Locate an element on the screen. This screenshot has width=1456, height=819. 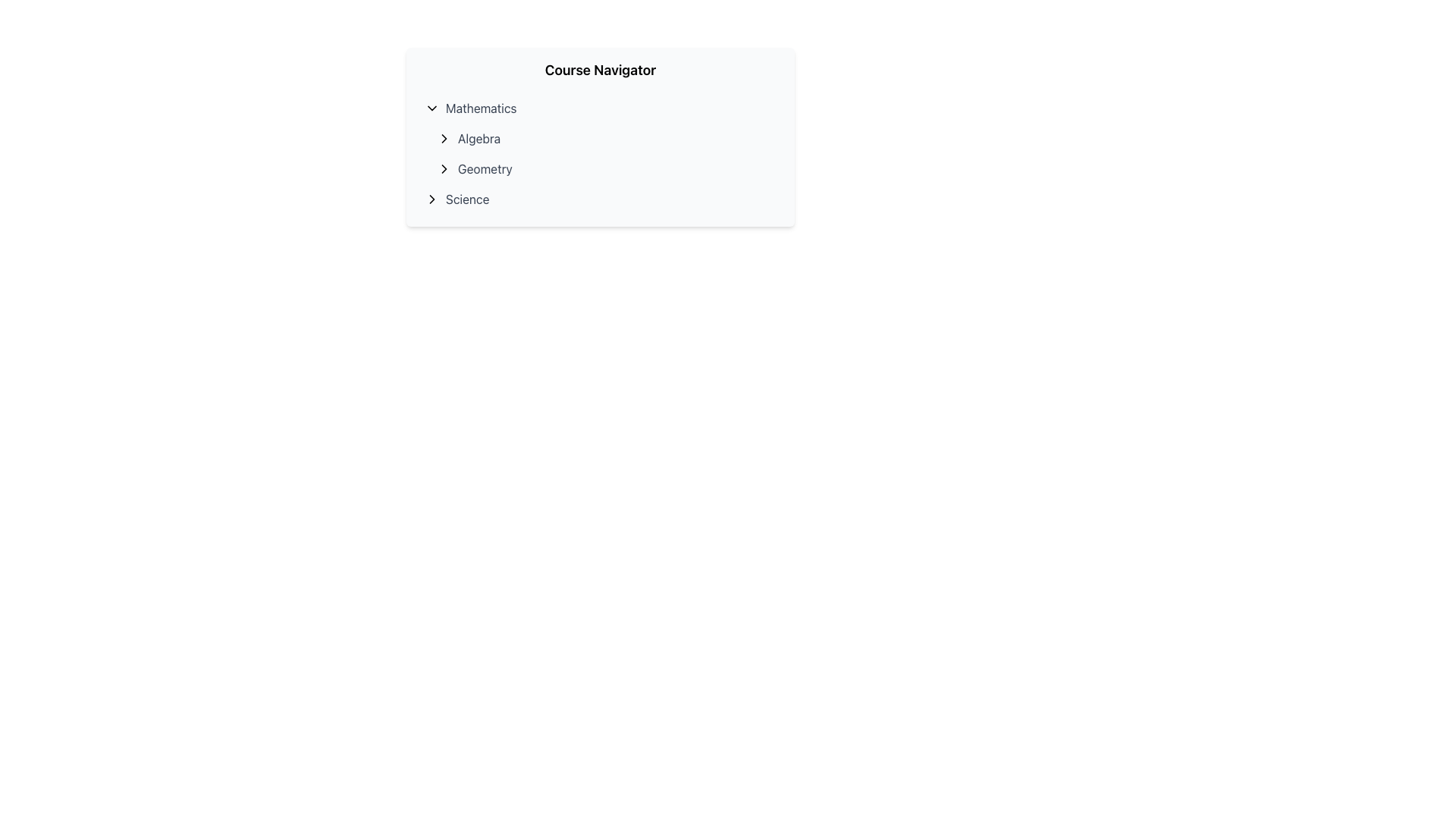
the Chevron icon located on the left side of the 'Science' text in the navigation menu is located at coordinates (431, 198).